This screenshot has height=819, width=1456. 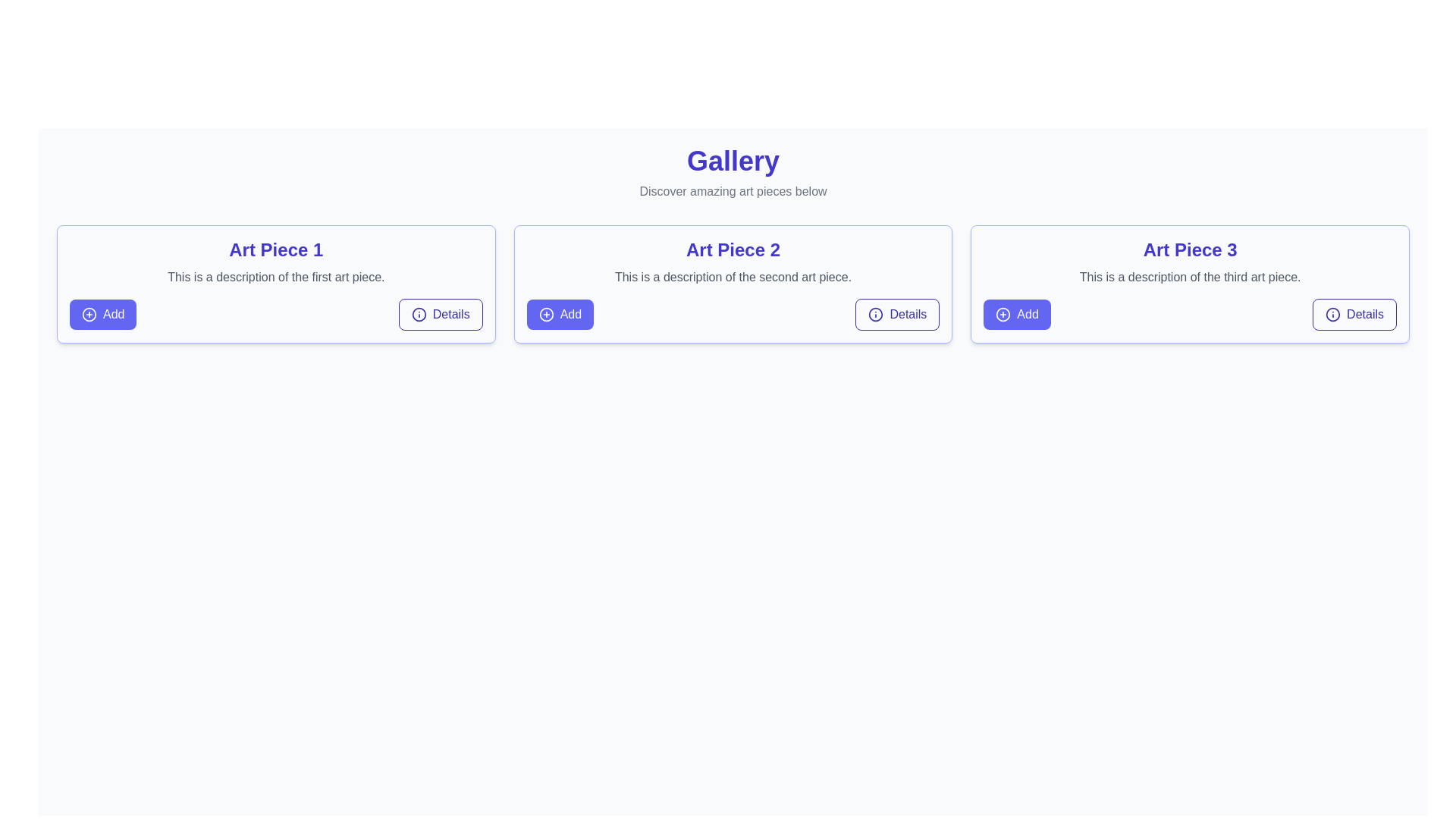 What do you see at coordinates (419, 314) in the screenshot?
I see `the decorative SVG circle shape that represents an information symbol adjacent to the 'Details' label within the 'Details' button of the 'Art Piece 1' card` at bounding box center [419, 314].